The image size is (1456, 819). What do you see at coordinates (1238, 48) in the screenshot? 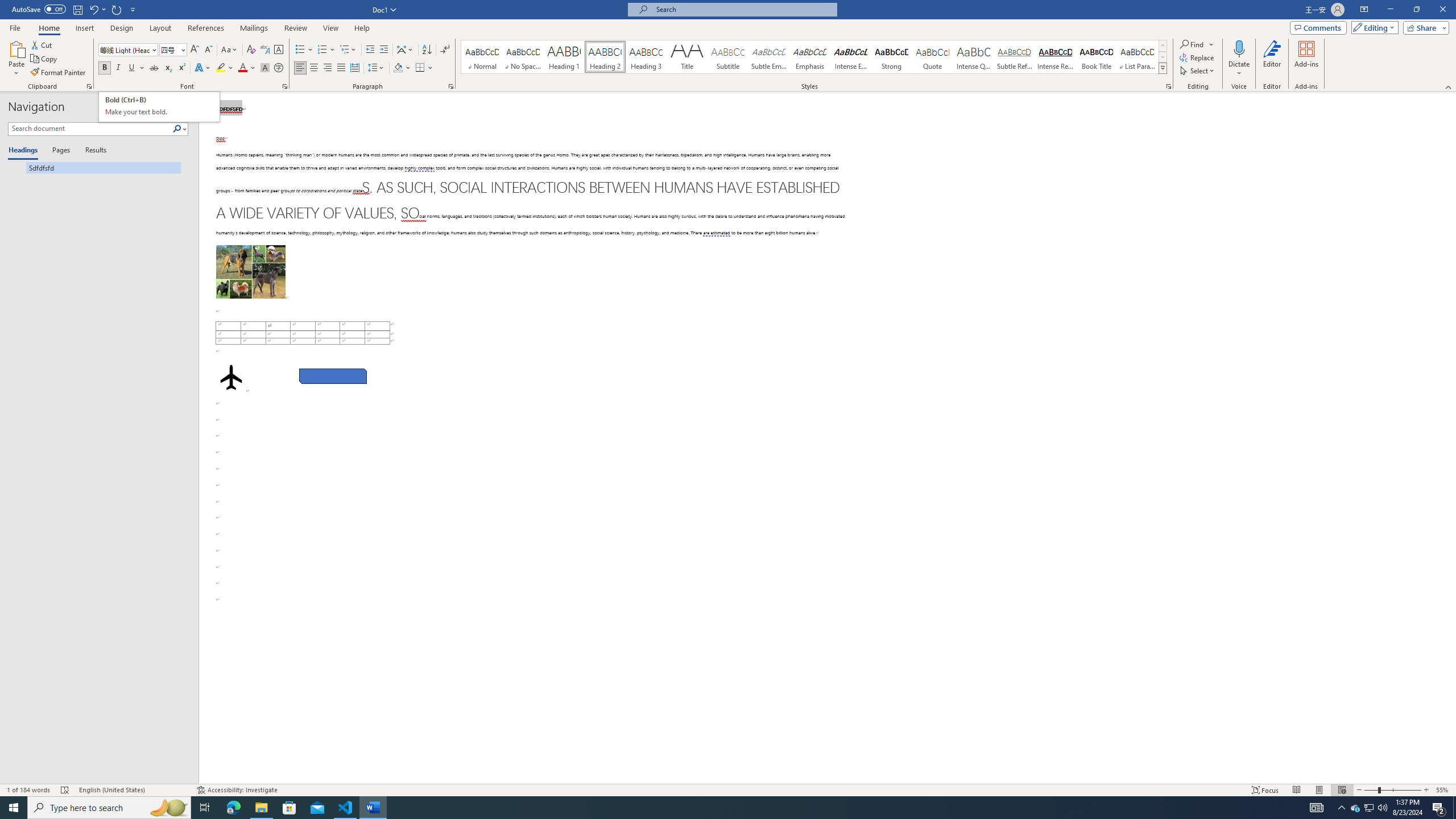
I see `'Dictate'` at bounding box center [1238, 48].